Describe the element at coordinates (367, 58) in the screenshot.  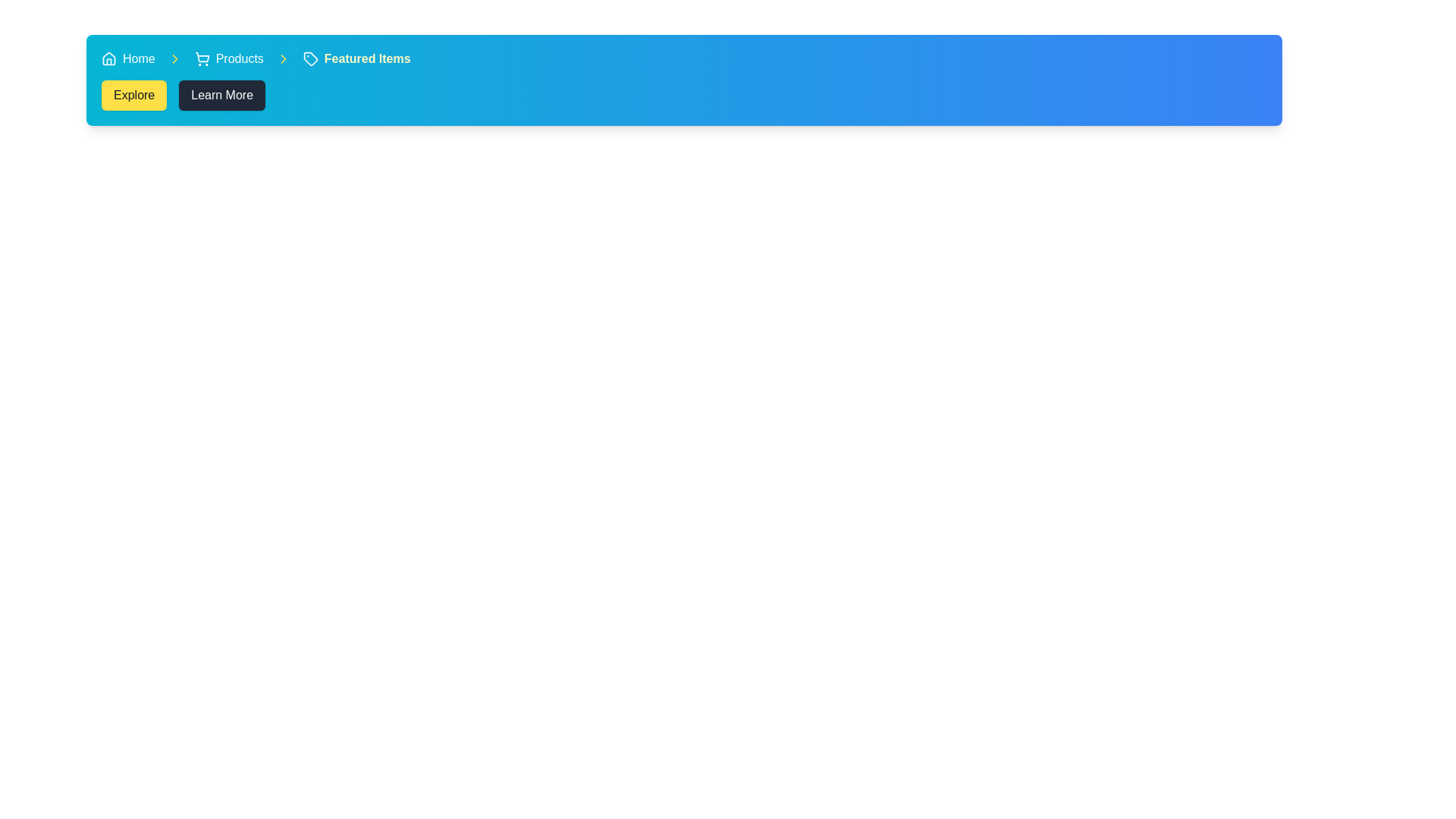
I see `the 'Featured Items' text label, which is a bold, yellow font with a slight glow on the blue navigation bar, located towards the right-hand side of the top navigation bar` at that location.